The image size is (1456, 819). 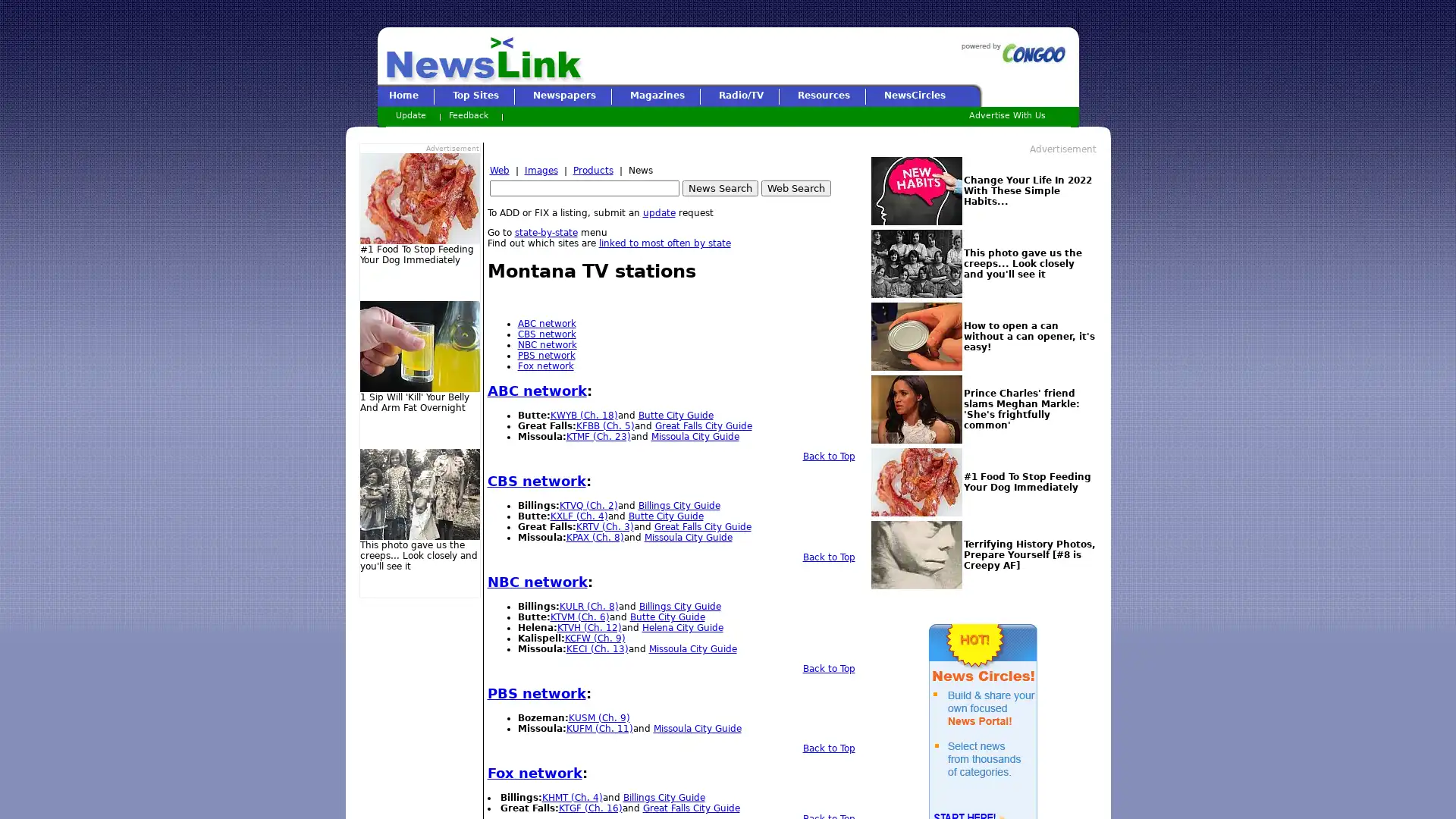 What do you see at coordinates (795, 187) in the screenshot?
I see `Web Search` at bounding box center [795, 187].